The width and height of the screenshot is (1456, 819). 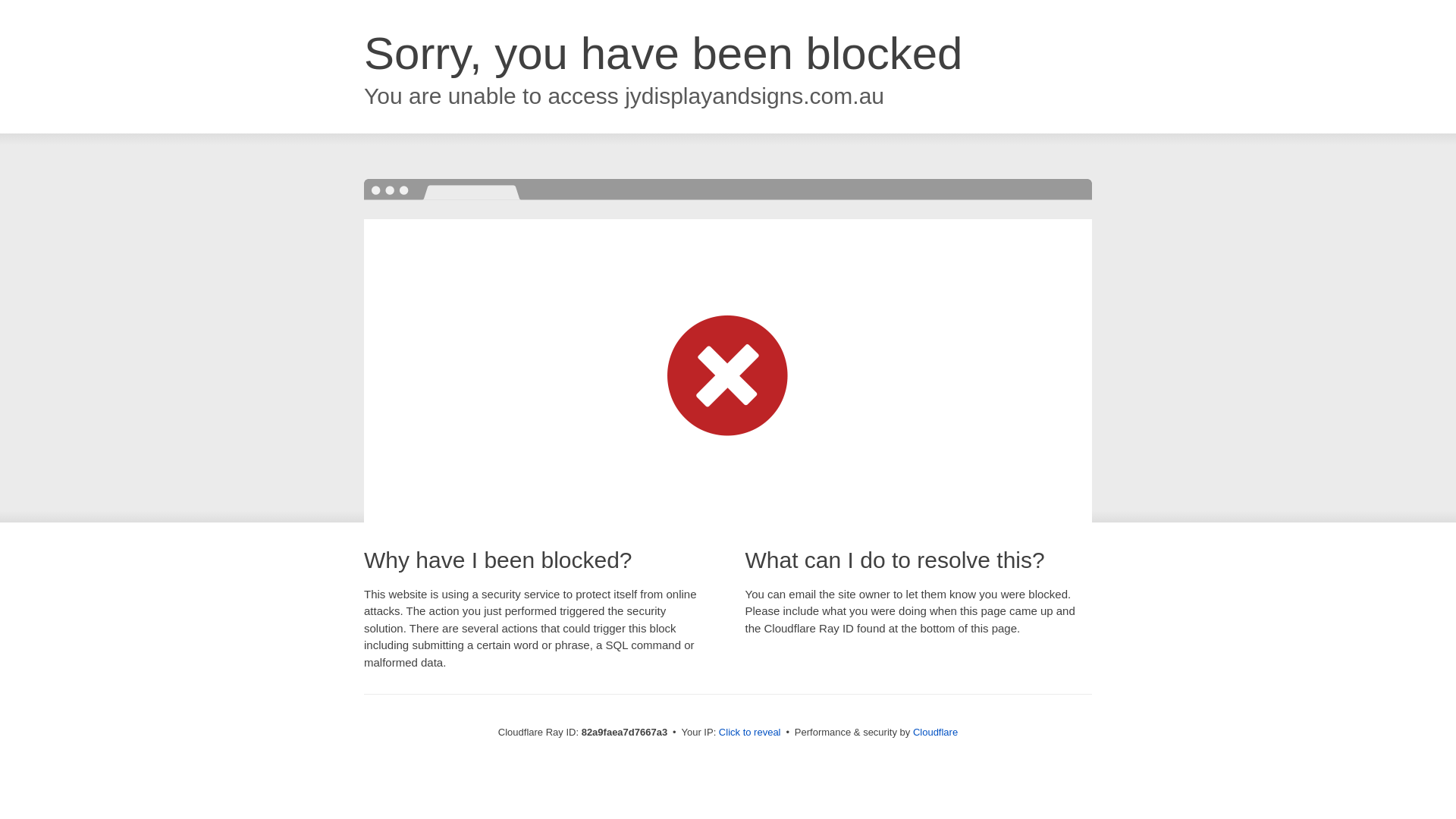 I want to click on 'Click to reveal', so click(x=749, y=731).